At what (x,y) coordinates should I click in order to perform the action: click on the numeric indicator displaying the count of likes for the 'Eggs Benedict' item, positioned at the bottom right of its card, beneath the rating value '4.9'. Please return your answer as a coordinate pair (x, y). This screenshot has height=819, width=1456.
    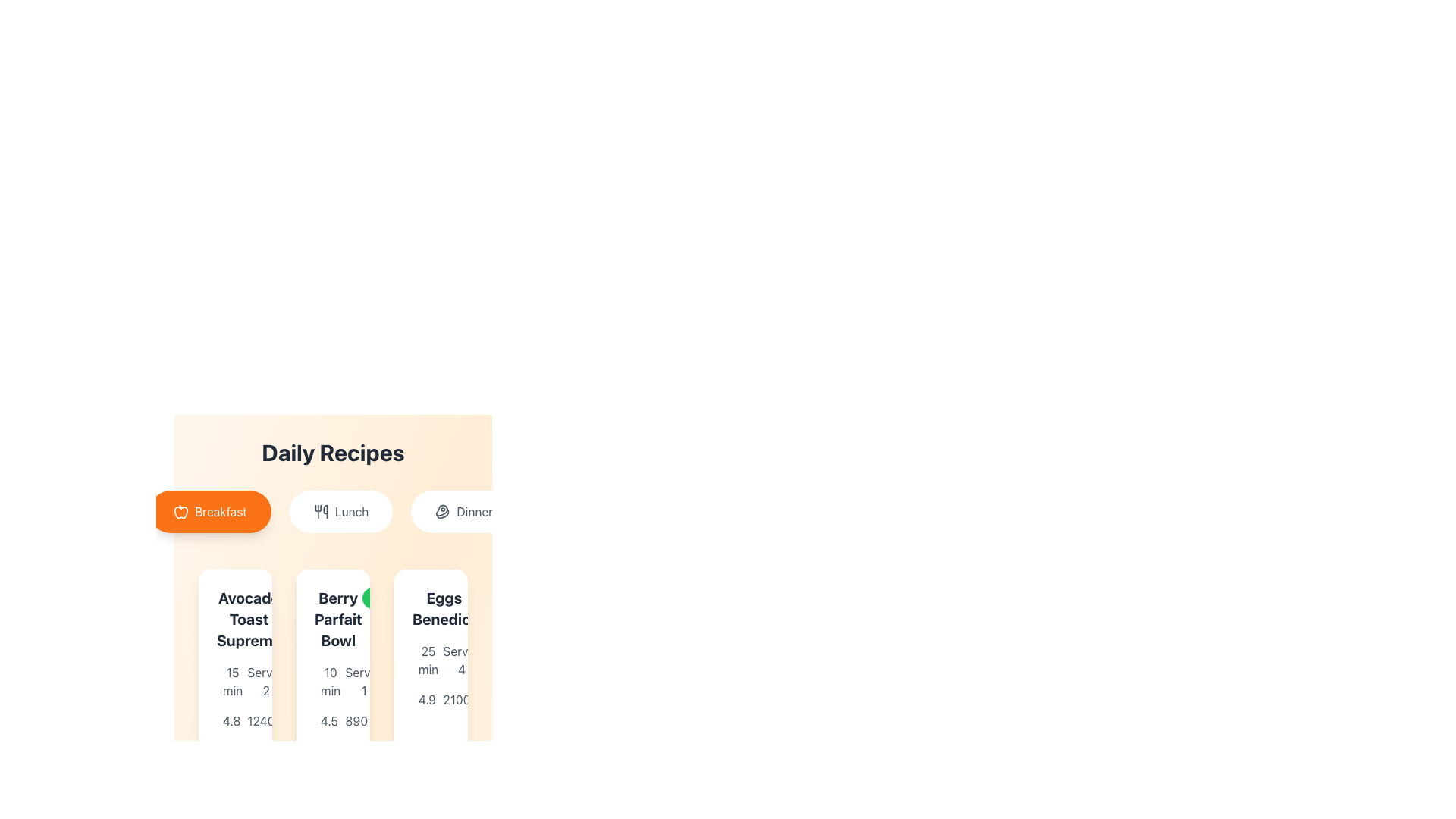
    Looking at the image, I should click on (442, 699).